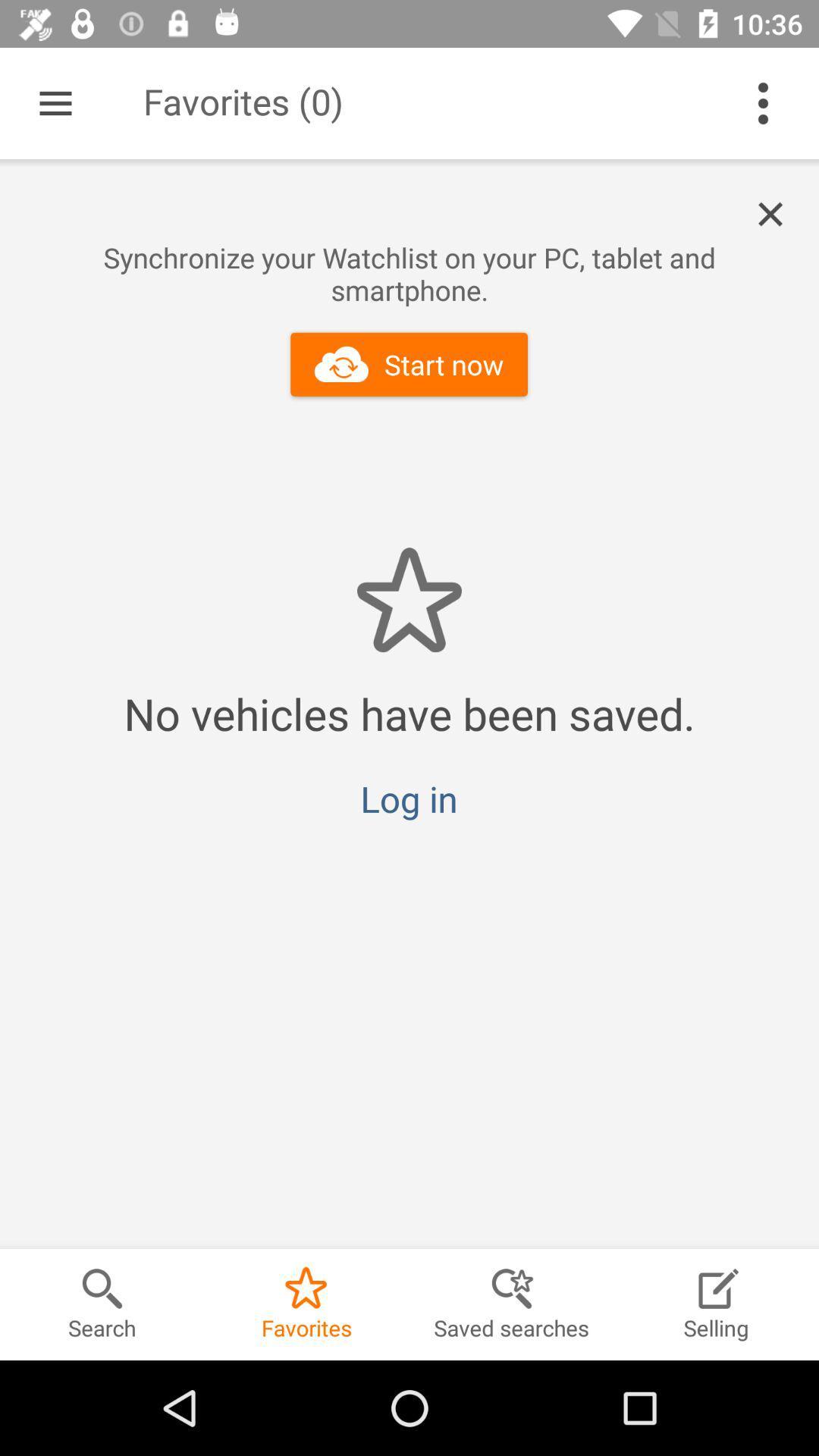 This screenshot has width=819, height=1456. Describe the element at coordinates (408, 364) in the screenshot. I see `the start now icon` at that location.